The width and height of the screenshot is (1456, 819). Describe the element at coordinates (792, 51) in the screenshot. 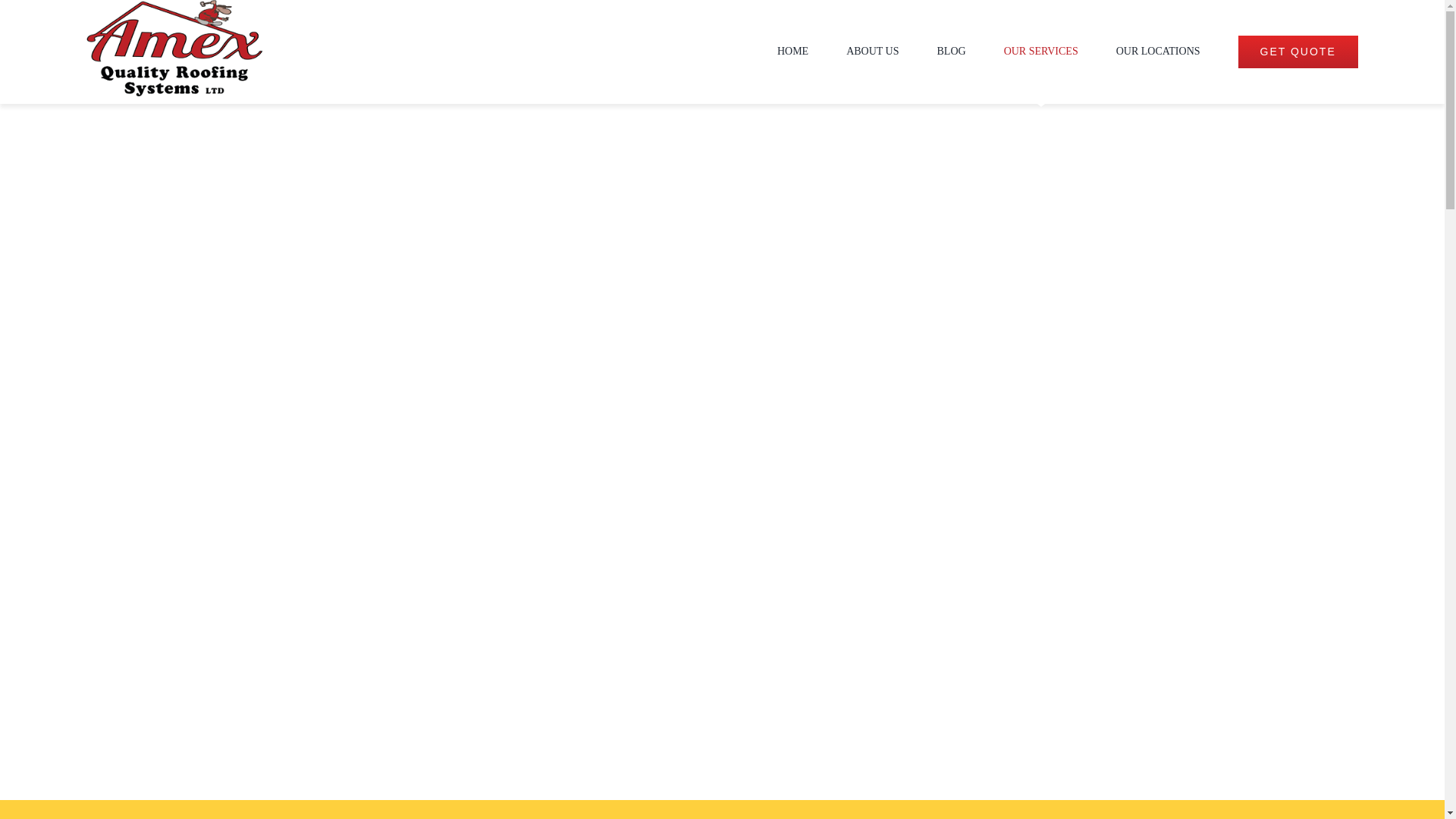

I see `'HOME'` at that location.